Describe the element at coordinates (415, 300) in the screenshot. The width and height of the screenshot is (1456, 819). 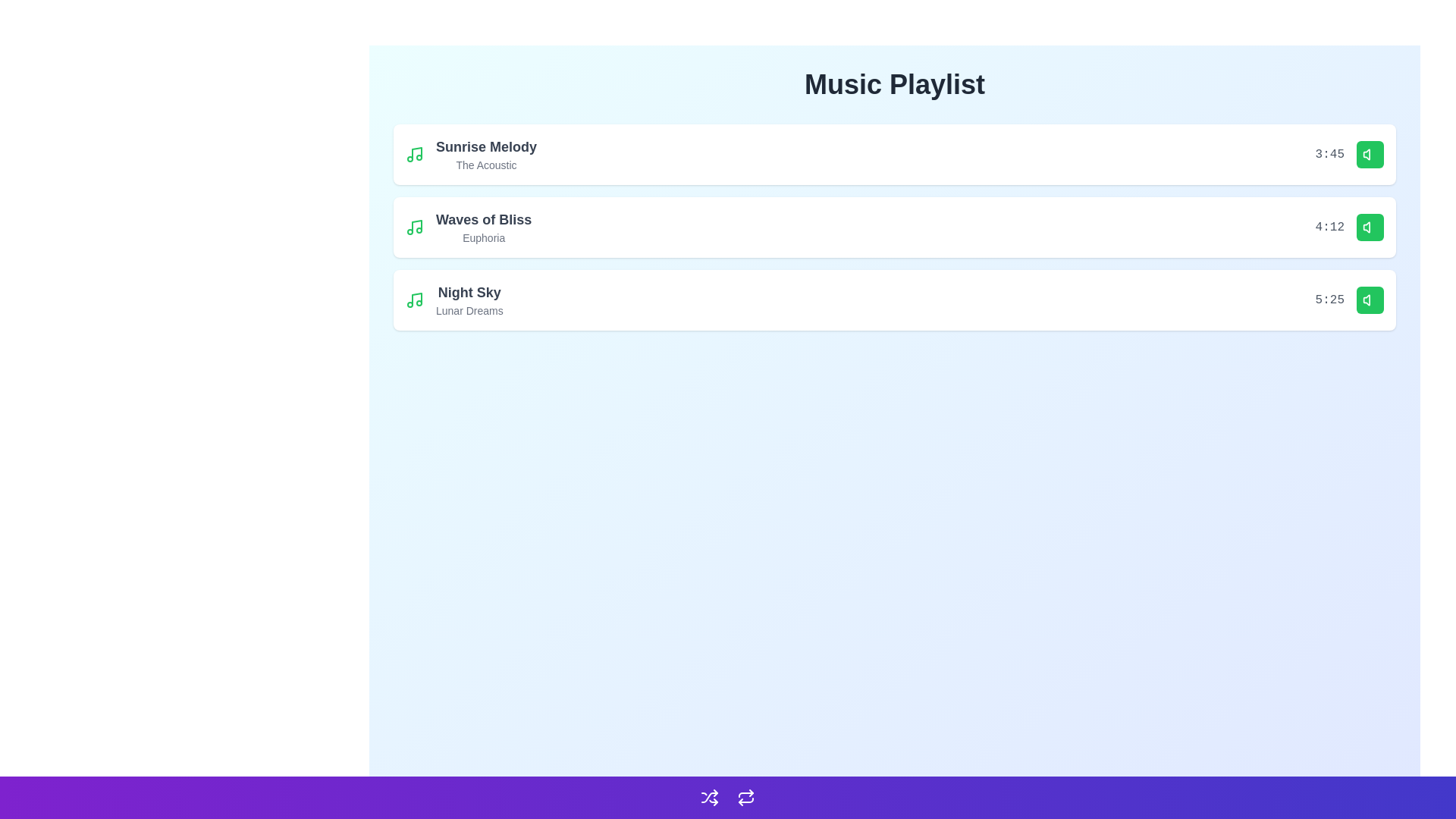
I see `the music track icon for the 'Night Sky' playlist item, which is located on the left side of the item box` at that location.